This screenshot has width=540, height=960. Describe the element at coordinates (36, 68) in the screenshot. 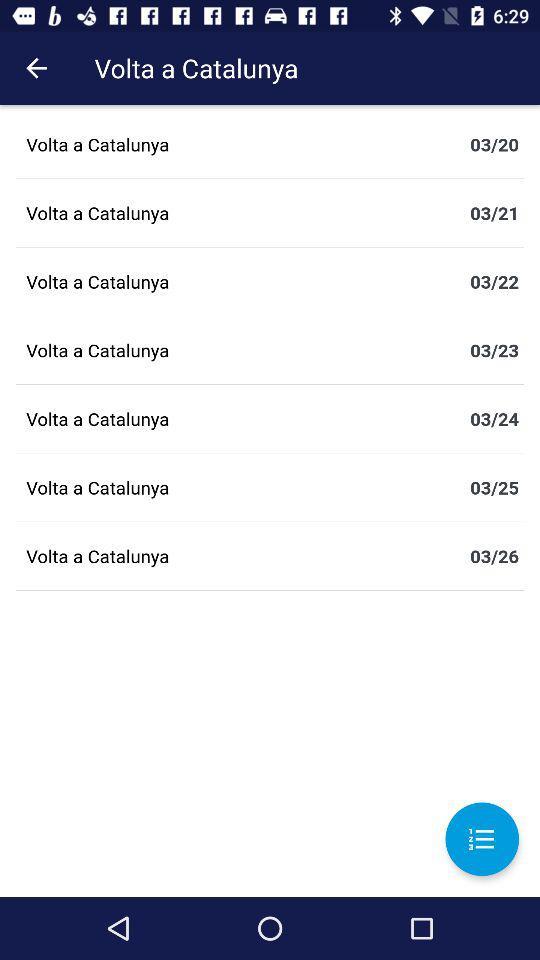

I see `icon to the left of volta a catalunya item` at that location.